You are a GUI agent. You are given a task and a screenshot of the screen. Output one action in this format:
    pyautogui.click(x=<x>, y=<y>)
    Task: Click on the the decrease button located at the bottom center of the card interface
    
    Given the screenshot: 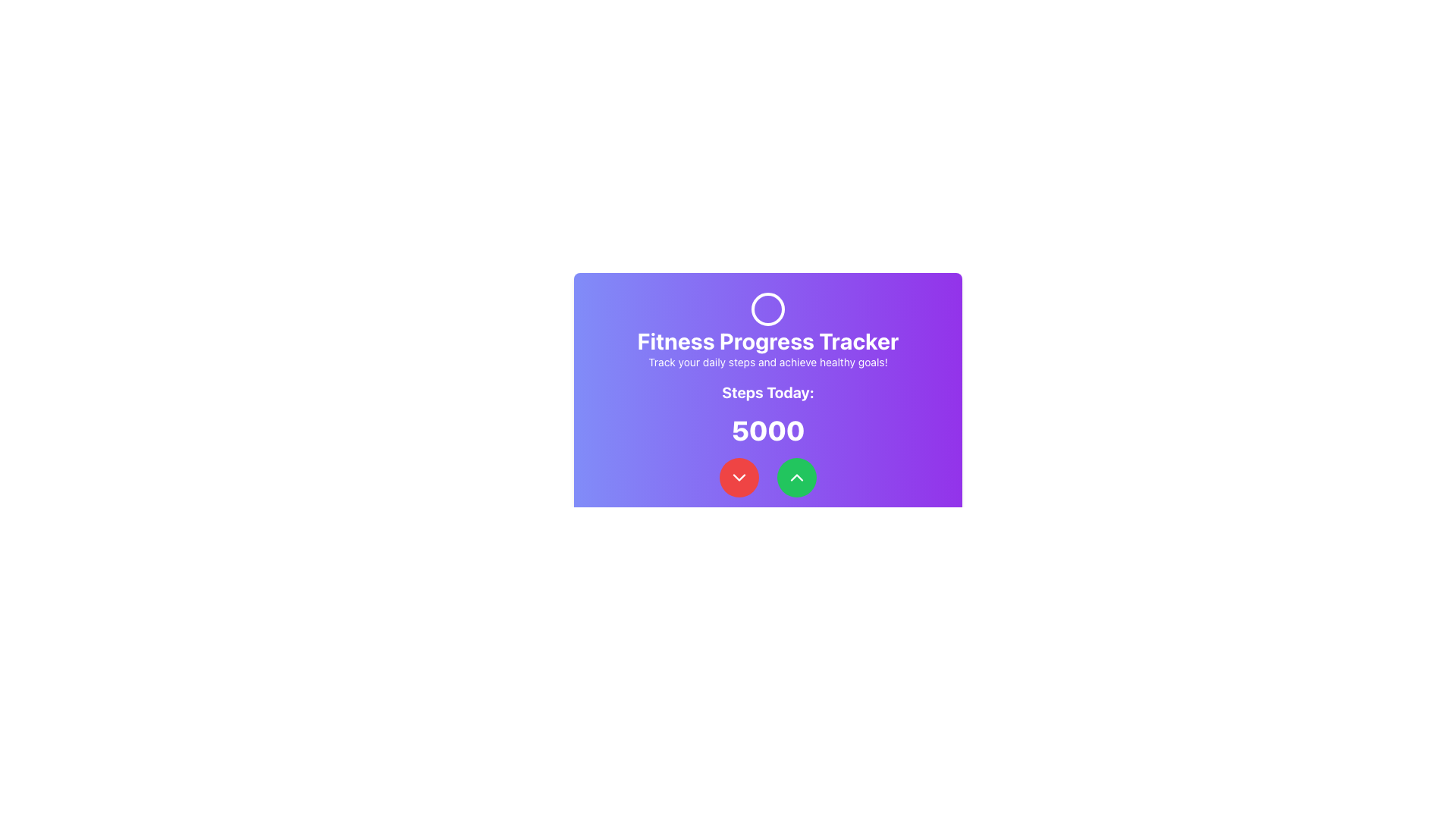 What is the action you would take?
    pyautogui.click(x=739, y=476)
    